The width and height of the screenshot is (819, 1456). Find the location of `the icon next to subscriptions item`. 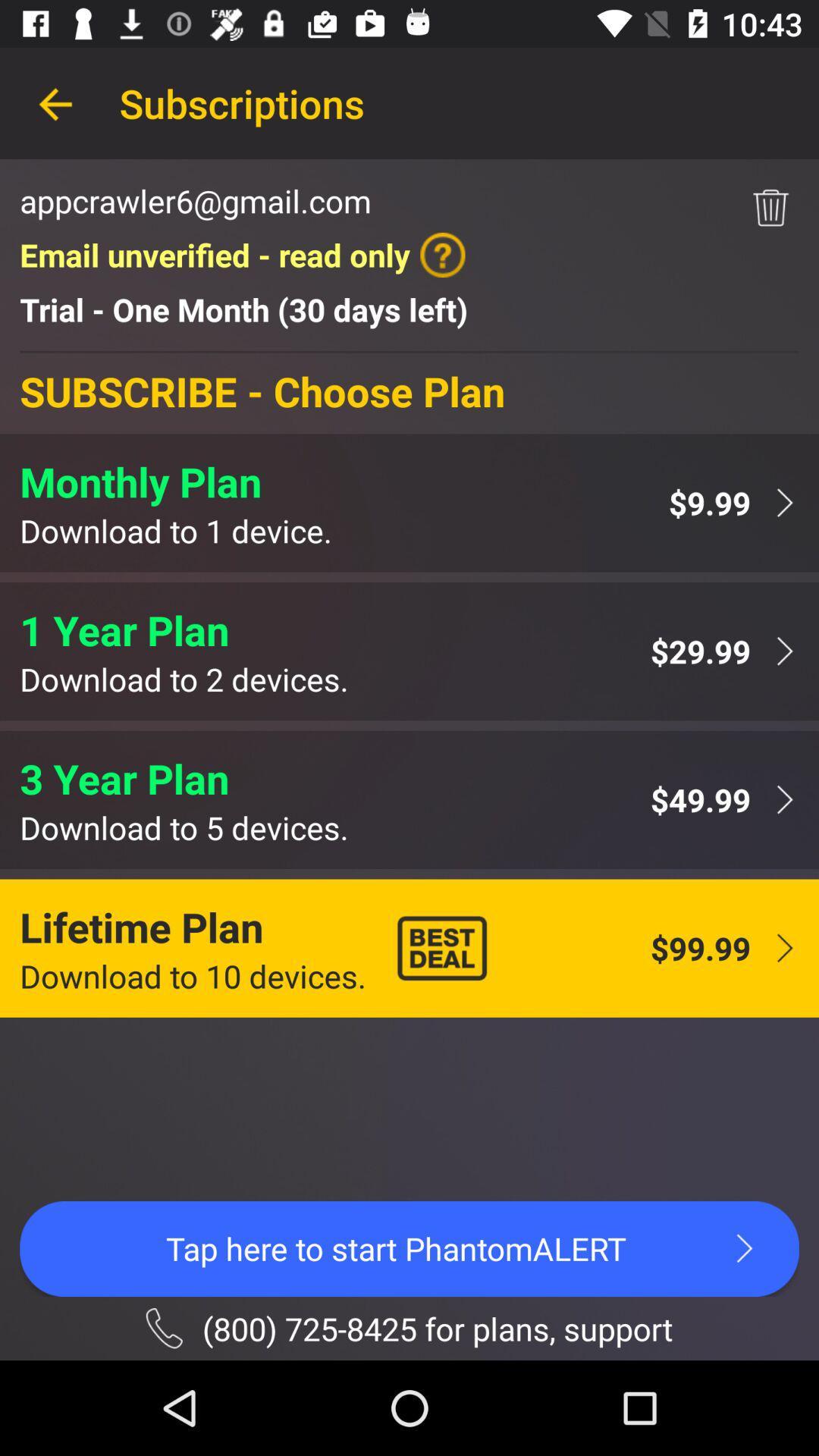

the icon next to subscriptions item is located at coordinates (55, 102).